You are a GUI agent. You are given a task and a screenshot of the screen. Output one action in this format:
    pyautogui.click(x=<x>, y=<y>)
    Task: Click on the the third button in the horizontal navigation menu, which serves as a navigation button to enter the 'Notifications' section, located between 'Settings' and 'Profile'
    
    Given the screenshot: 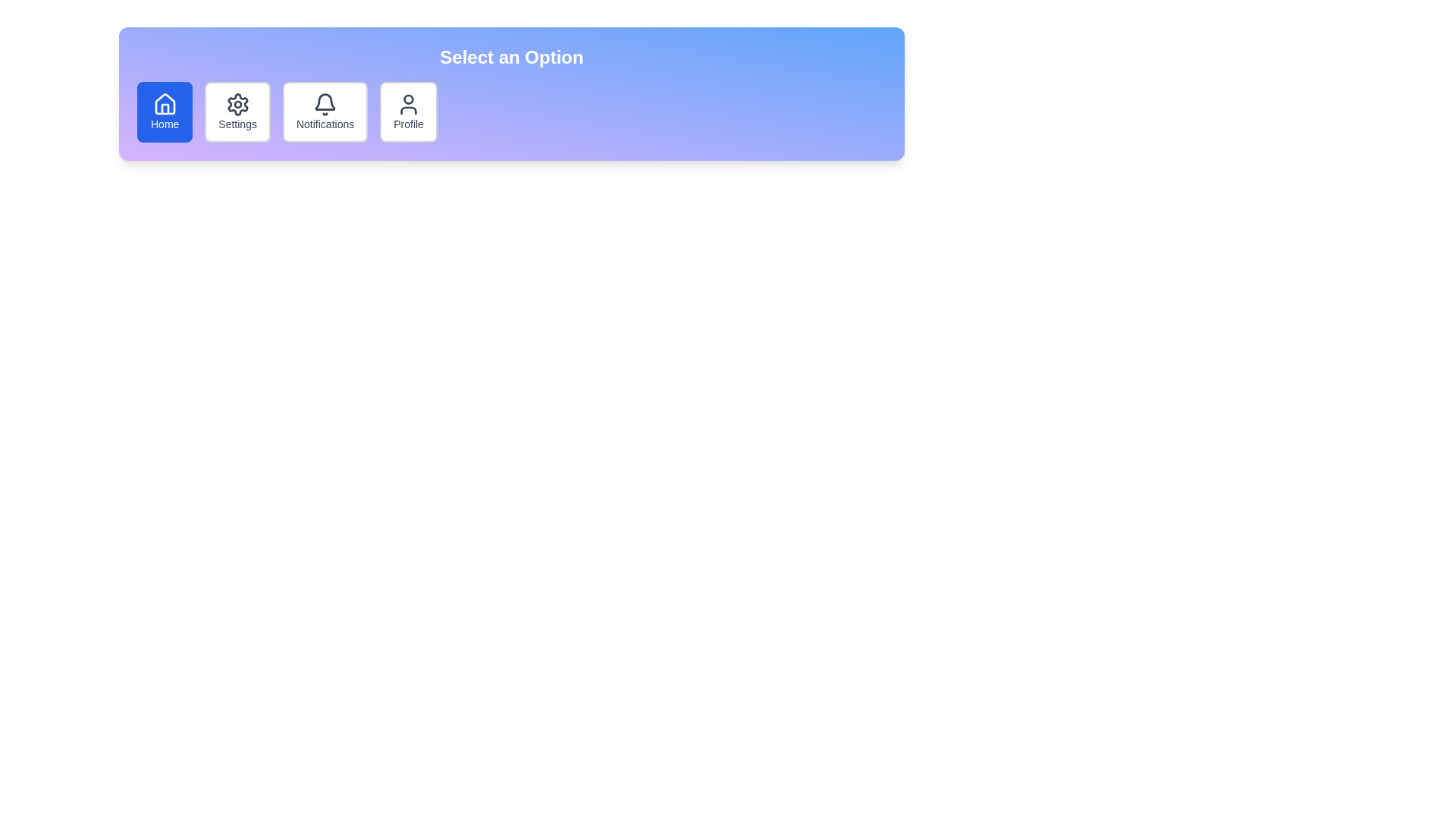 What is the action you would take?
    pyautogui.click(x=325, y=111)
    